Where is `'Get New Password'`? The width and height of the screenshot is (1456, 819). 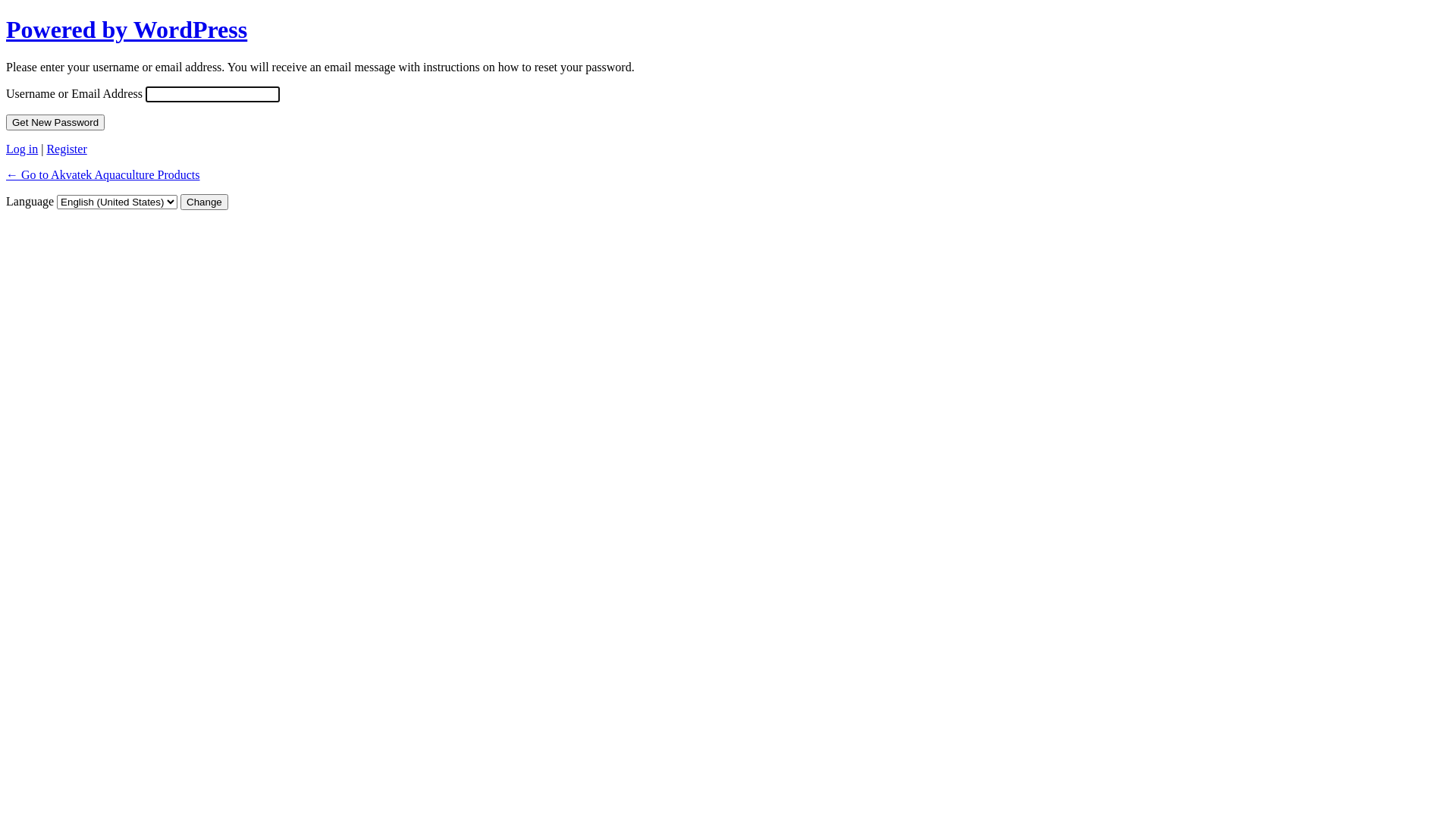 'Get New Password' is located at coordinates (55, 121).